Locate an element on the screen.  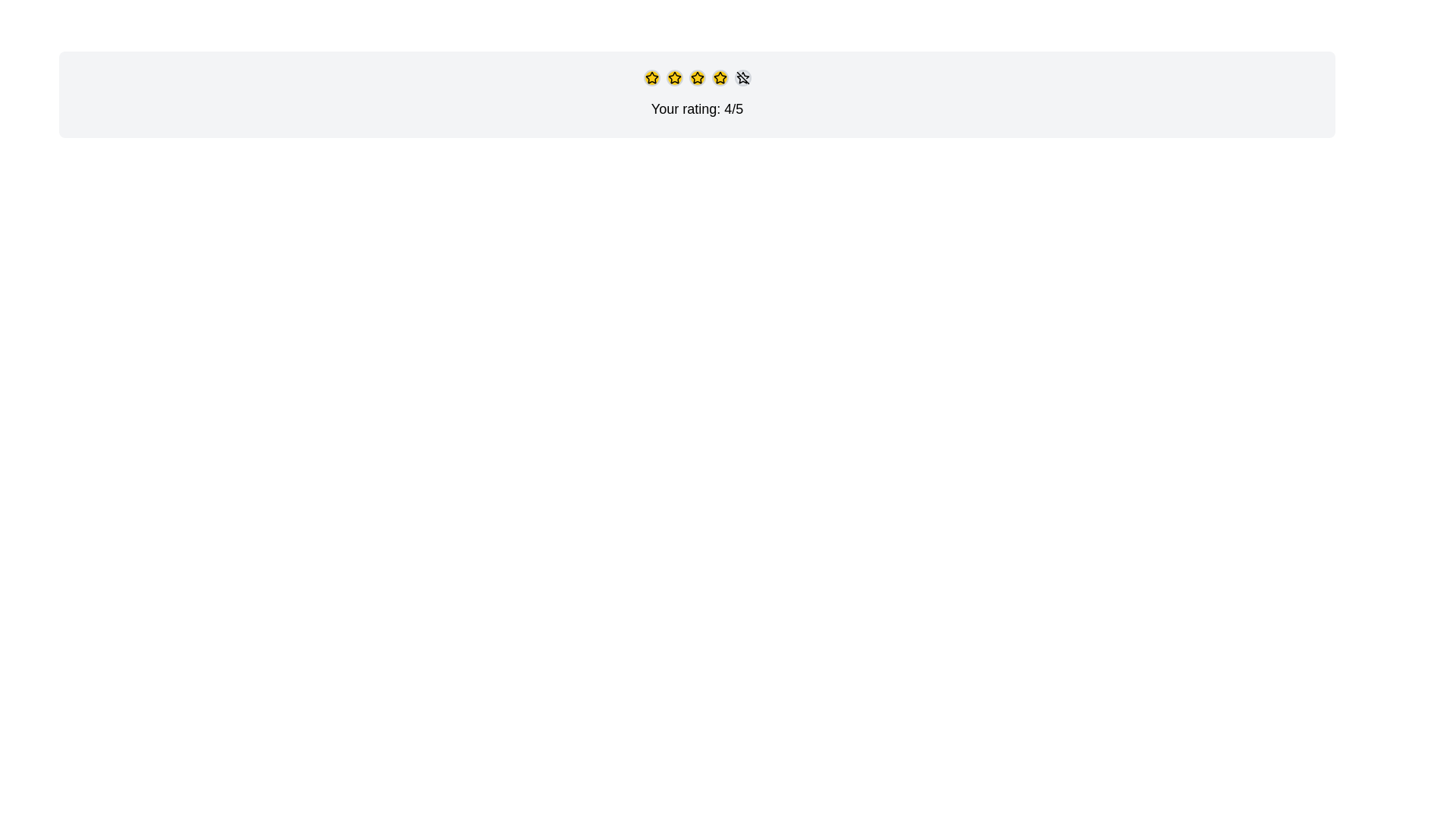
the second star icon in the rating system is located at coordinates (719, 78).